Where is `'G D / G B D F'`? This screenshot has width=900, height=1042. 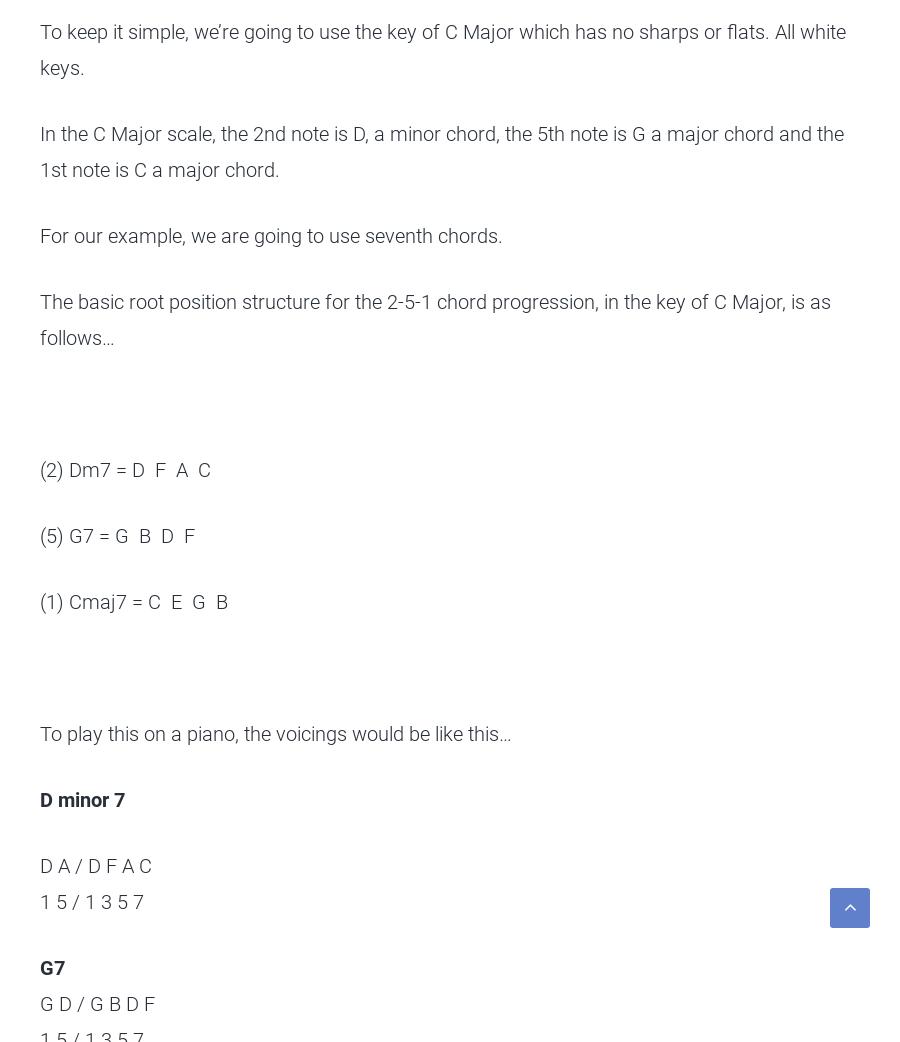 'G D / G B D F' is located at coordinates (38, 1003).